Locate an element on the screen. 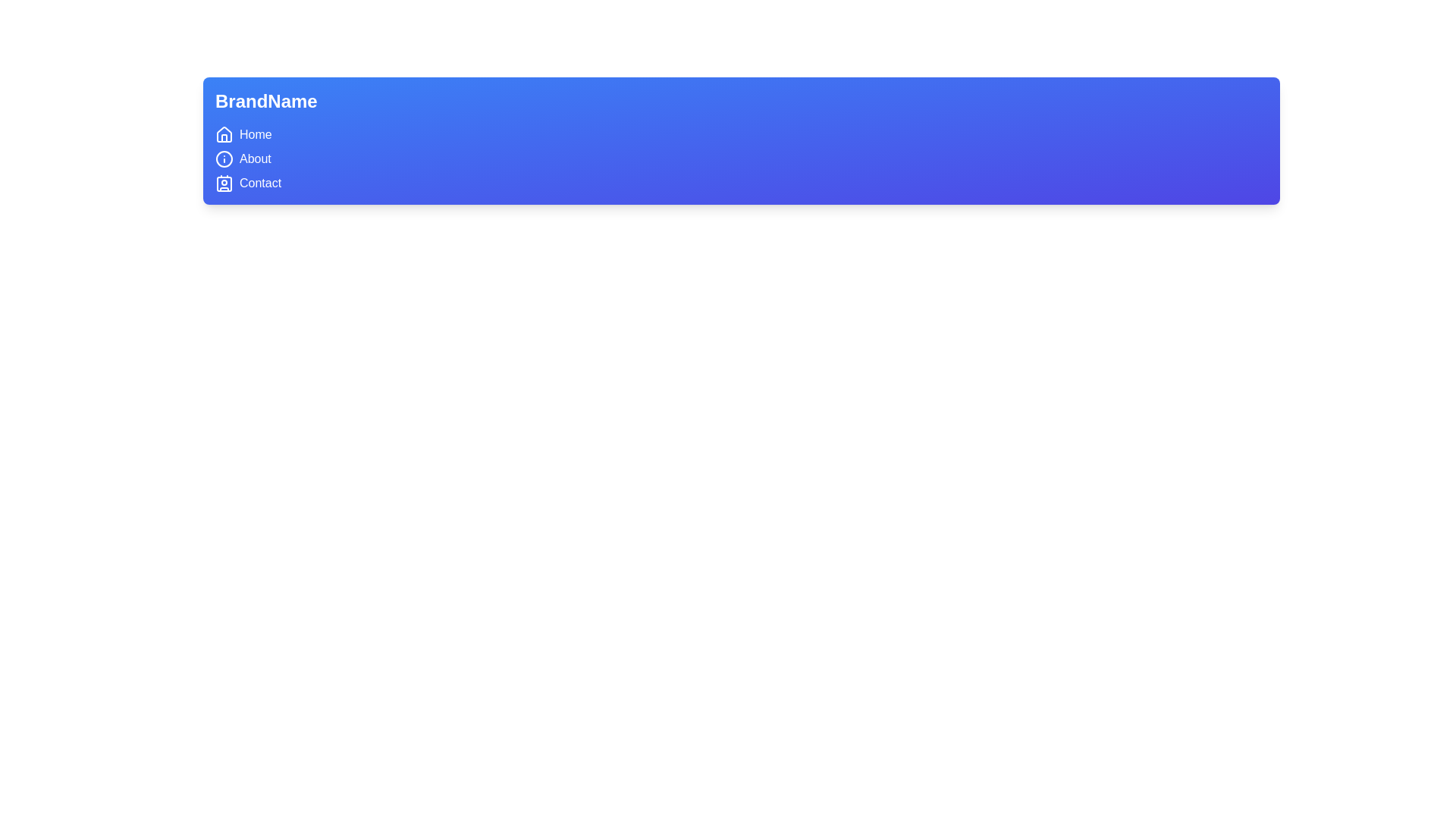 The width and height of the screenshot is (1456, 819). the SVG icon representing a house, which is located to the left of the 'Home' text in the navigation section is located at coordinates (224, 133).